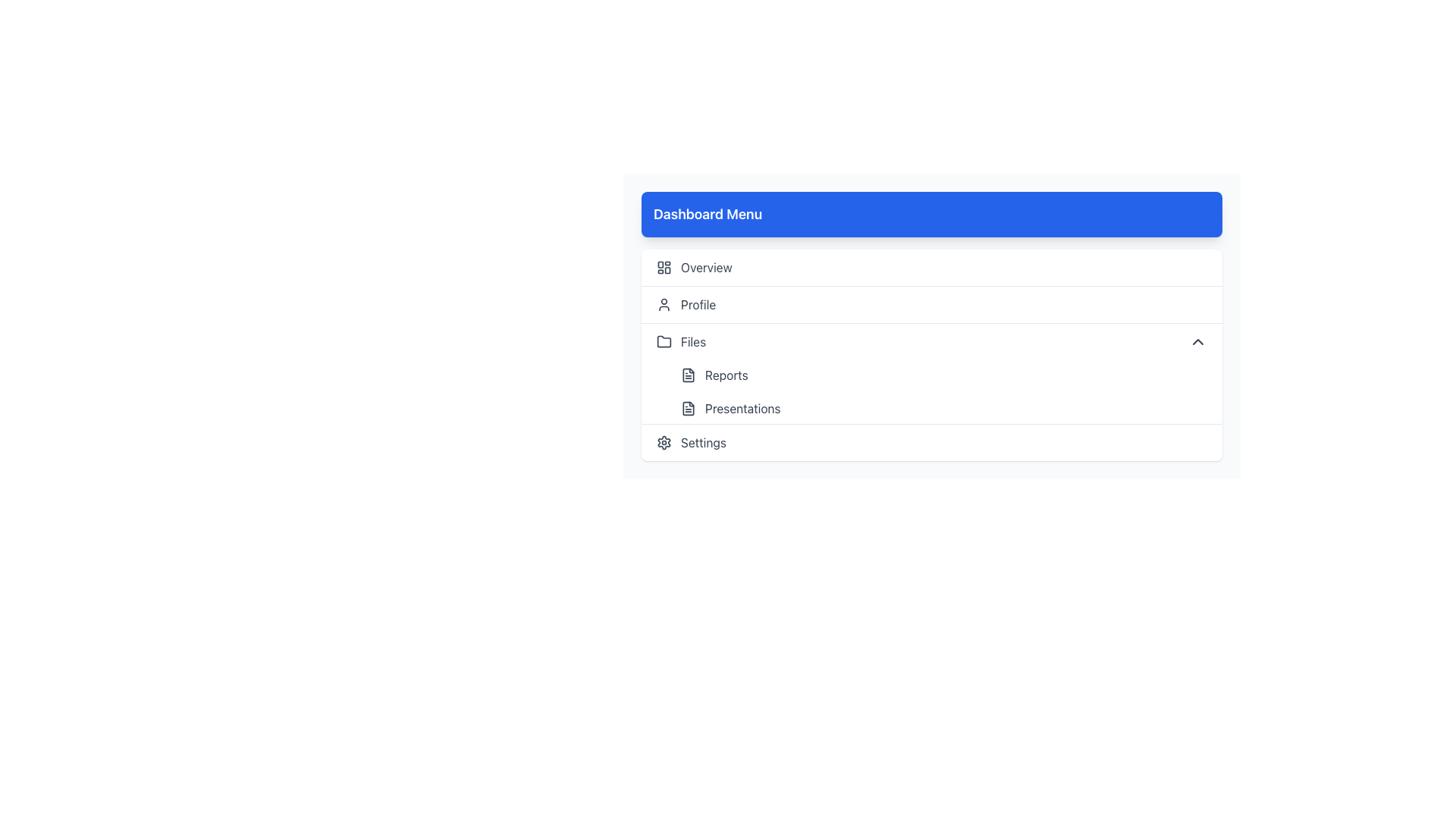 This screenshot has width=1456, height=819. I want to click on the 'Reports' icon located to the left of the text 'Reports' in the 'Files' section of the navigation menu, so click(687, 375).